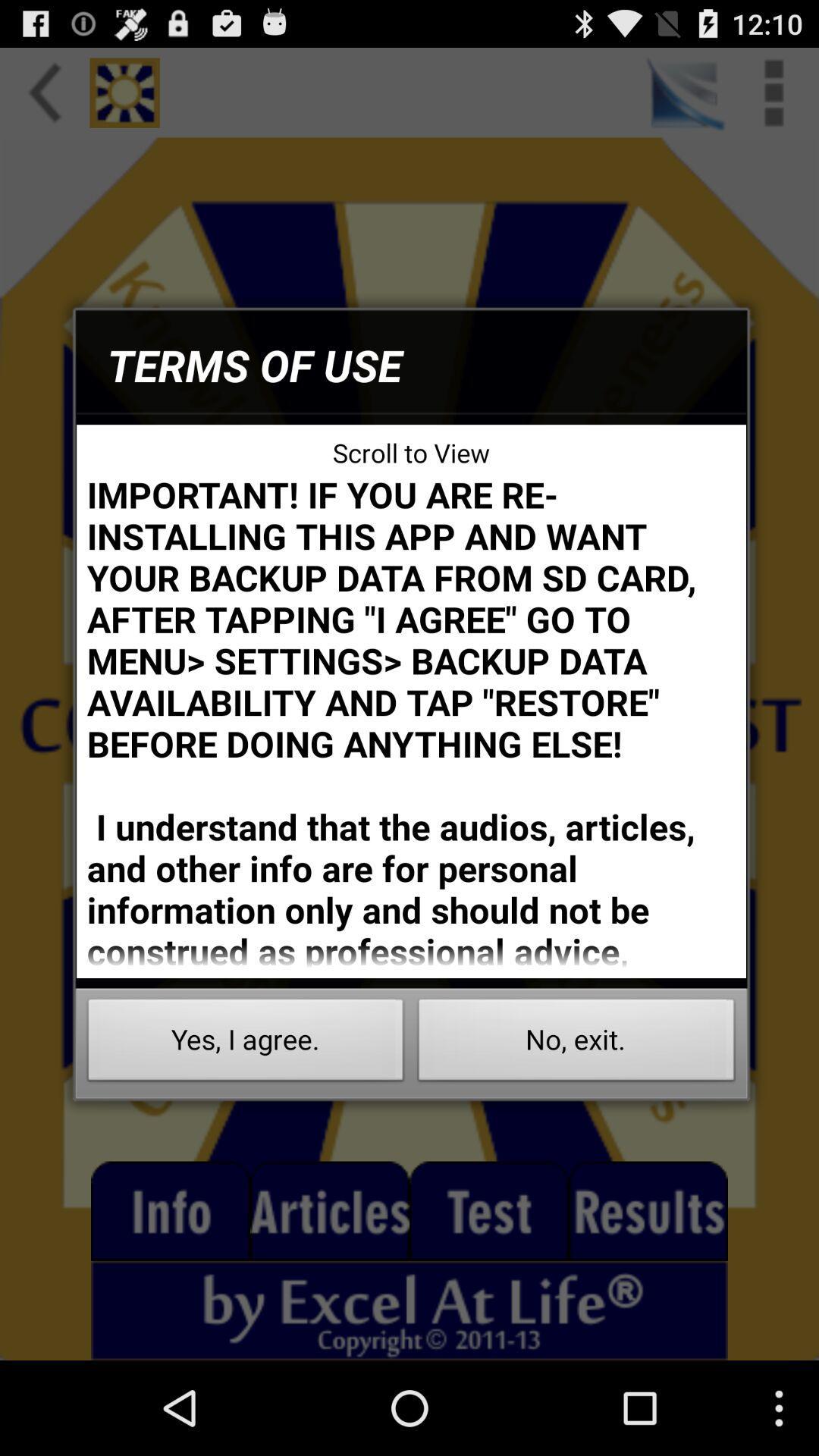 Image resolution: width=819 pixels, height=1456 pixels. I want to click on no, exit. at the bottom right corner, so click(576, 1043).